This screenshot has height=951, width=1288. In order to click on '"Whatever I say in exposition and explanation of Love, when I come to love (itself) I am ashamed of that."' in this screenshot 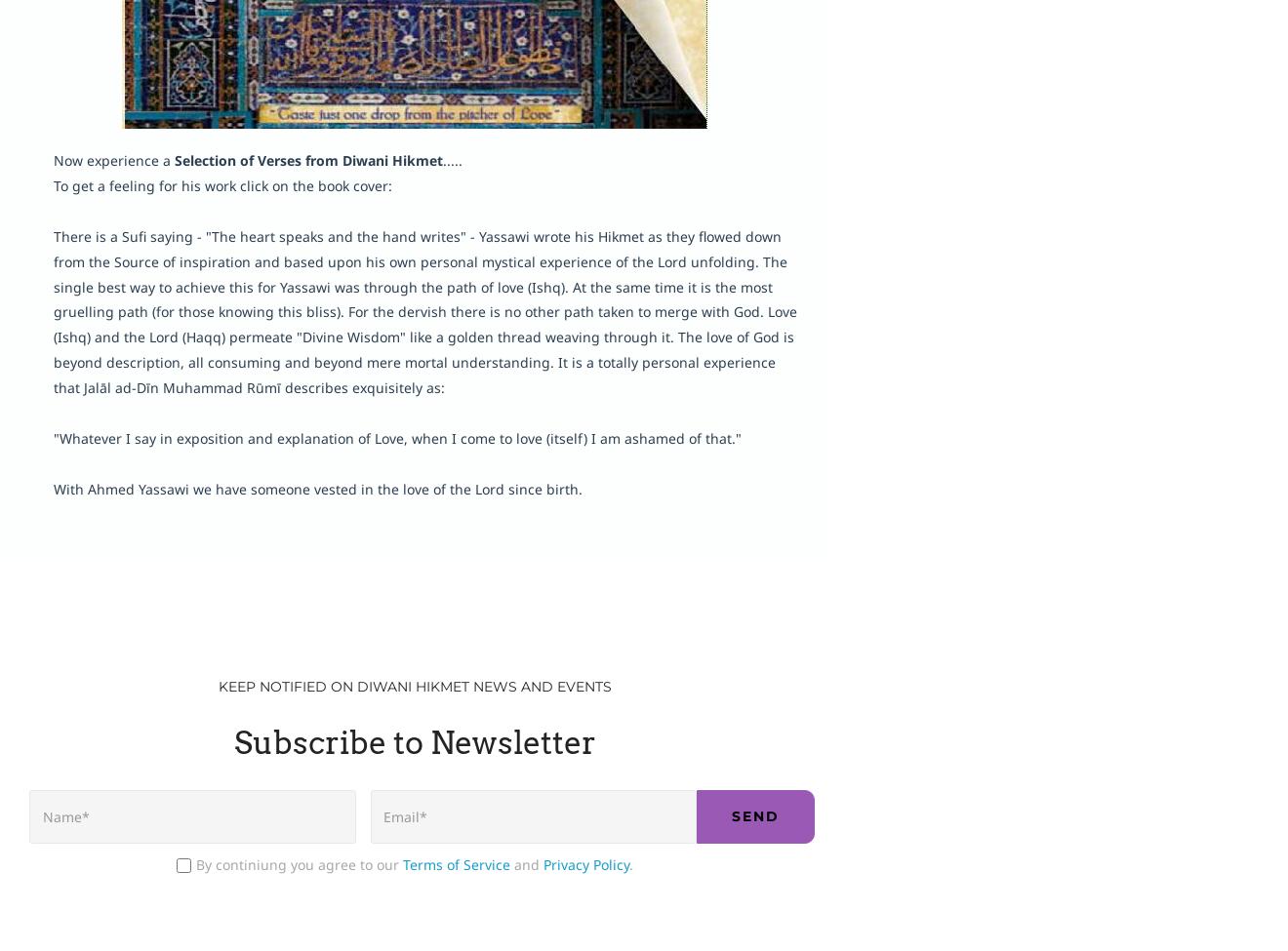, I will do `click(396, 437)`.